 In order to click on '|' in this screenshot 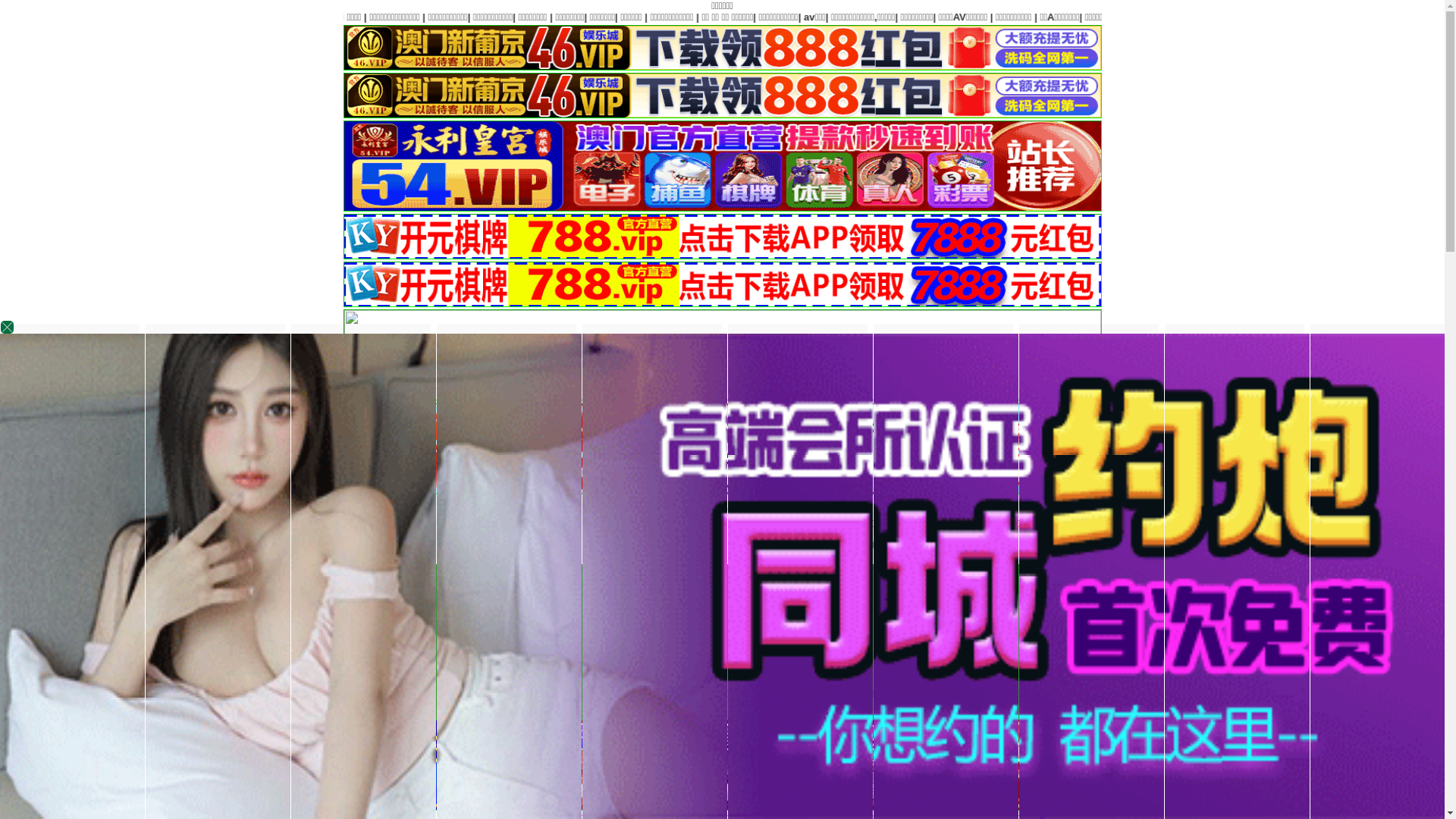, I will do `click(1092, 17)`.